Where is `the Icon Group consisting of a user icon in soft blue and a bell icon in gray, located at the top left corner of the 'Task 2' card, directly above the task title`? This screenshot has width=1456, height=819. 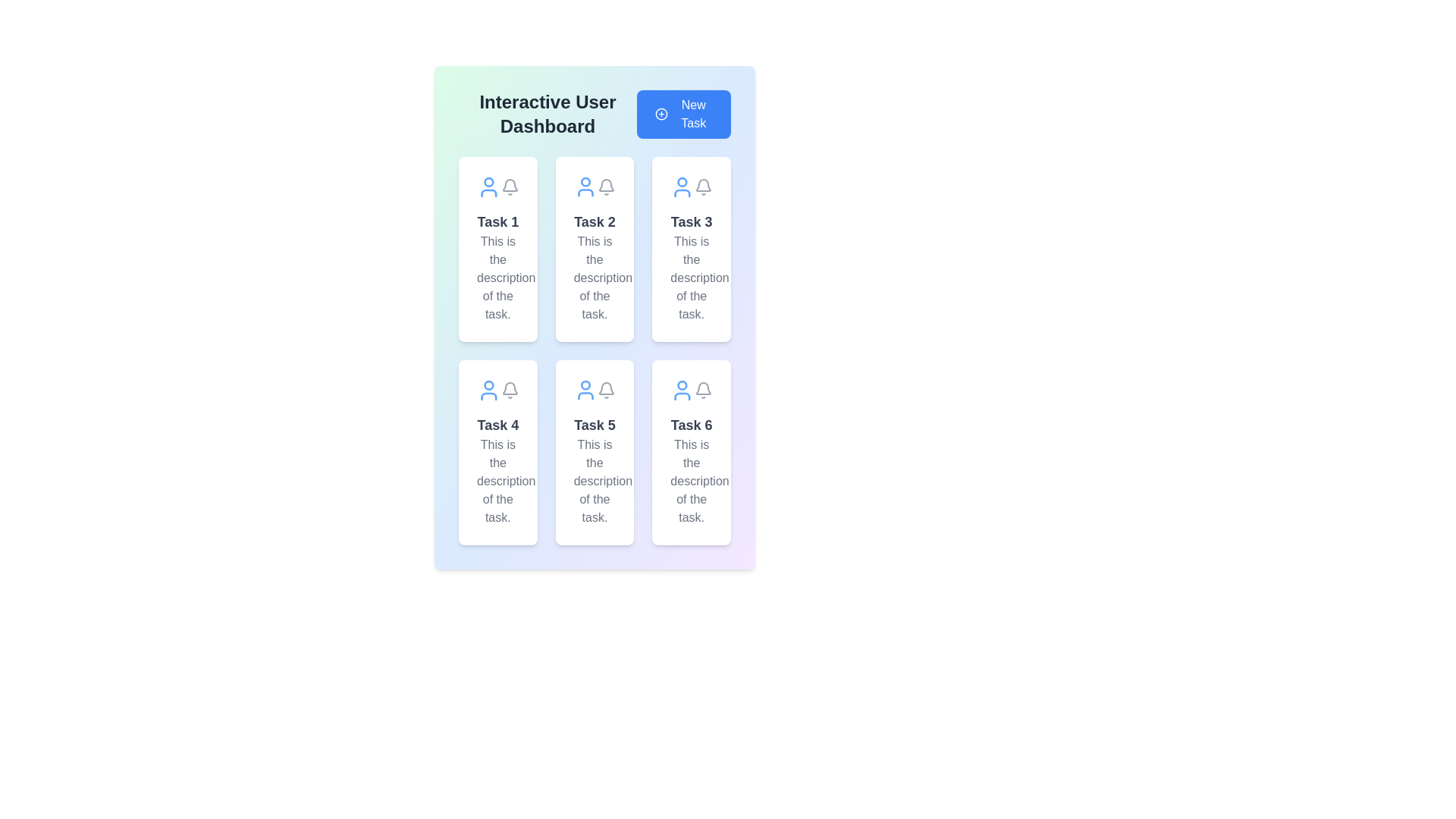 the Icon Group consisting of a user icon in soft blue and a bell icon in gray, located at the top left corner of the 'Task 2' card, directly above the task title is located at coordinates (594, 186).